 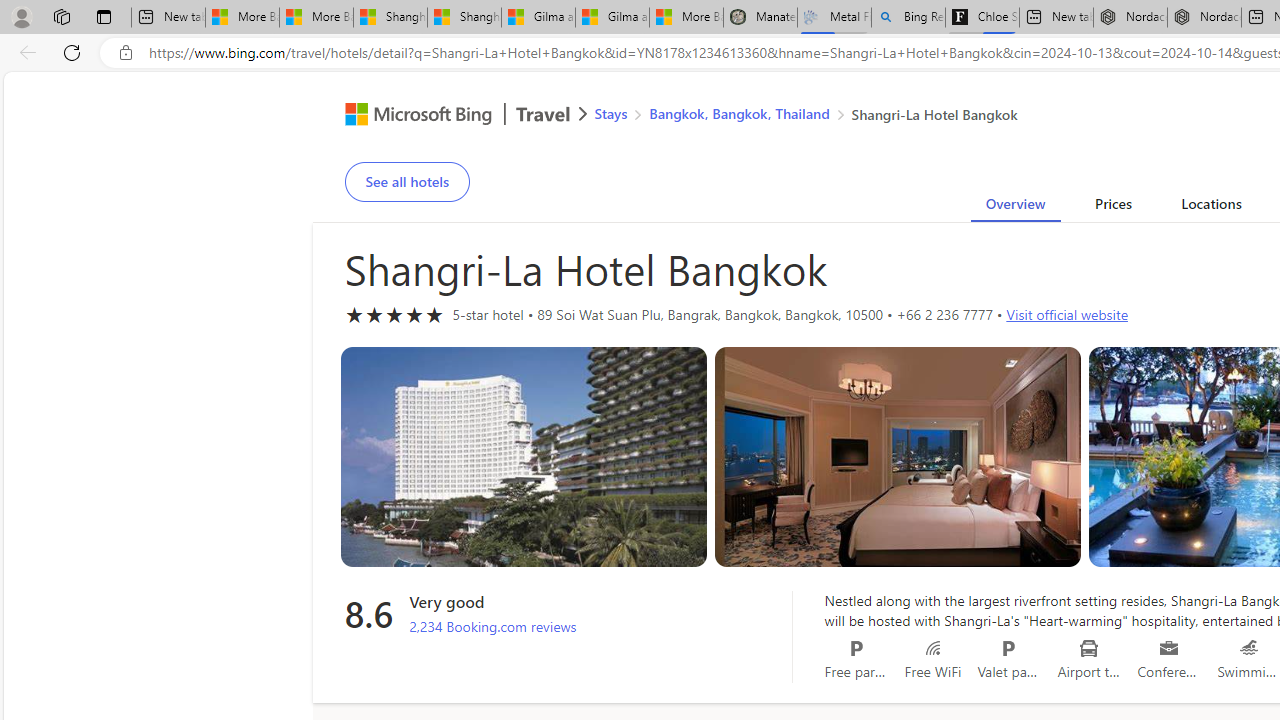 What do you see at coordinates (982, 17) in the screenshot?
I see `'Chloe Sorvino'` at bounding box center [982, 17].